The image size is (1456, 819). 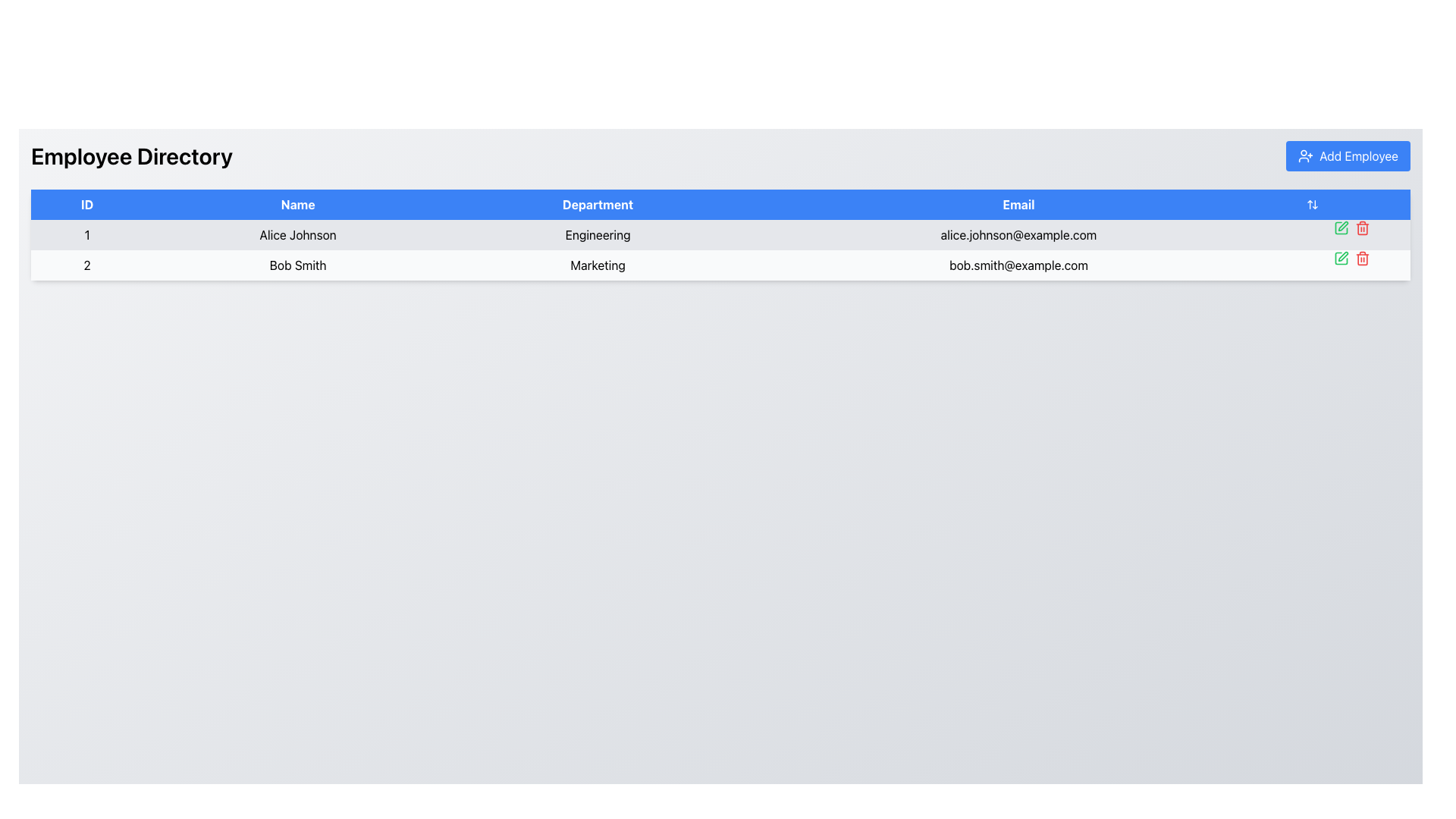 What do you see at coordinates (131, 155) in the screenshot?
I see `text label displaying 'Employee Directory', which is a large, bold black font header positioned at the top-left area of the page` at bounding box center [131, 155].